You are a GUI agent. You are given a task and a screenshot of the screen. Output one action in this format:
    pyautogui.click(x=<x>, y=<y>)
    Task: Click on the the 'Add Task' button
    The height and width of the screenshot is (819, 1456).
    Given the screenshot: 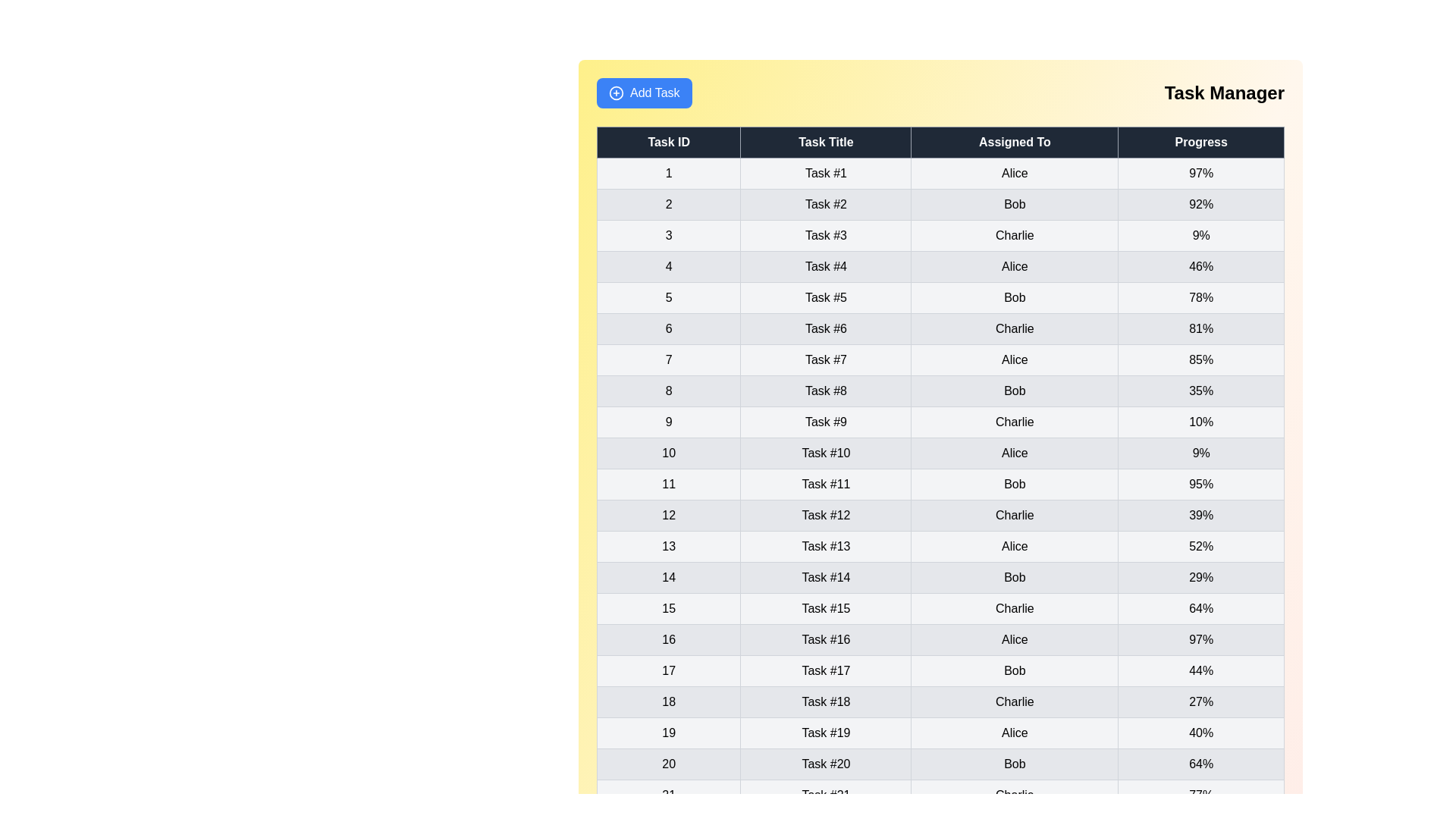 What is the action you would take?
    pyautogui.click(x=644, y=93)
    